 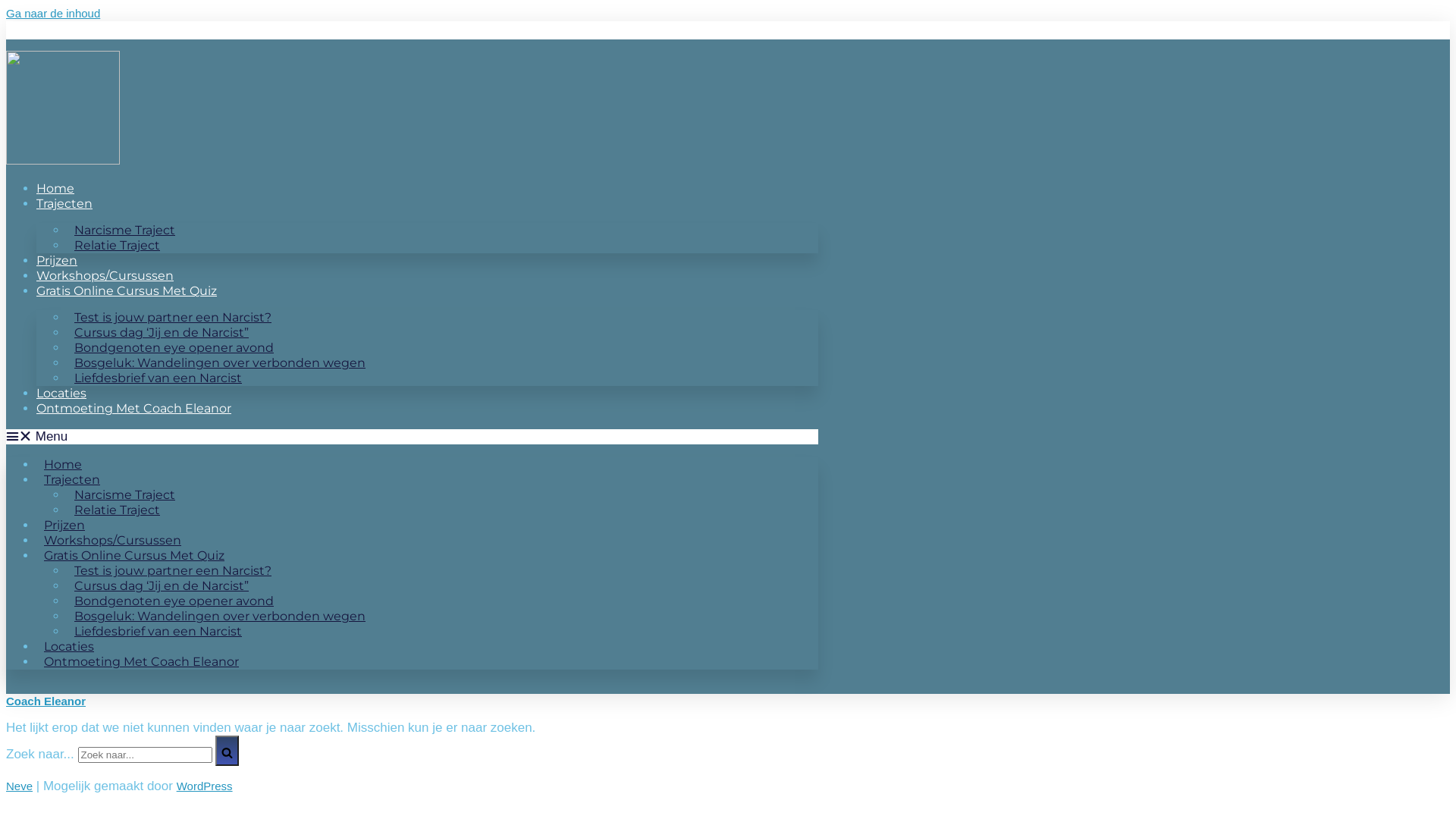 I want to click on 'Locaties', so click(x=61, y=392).